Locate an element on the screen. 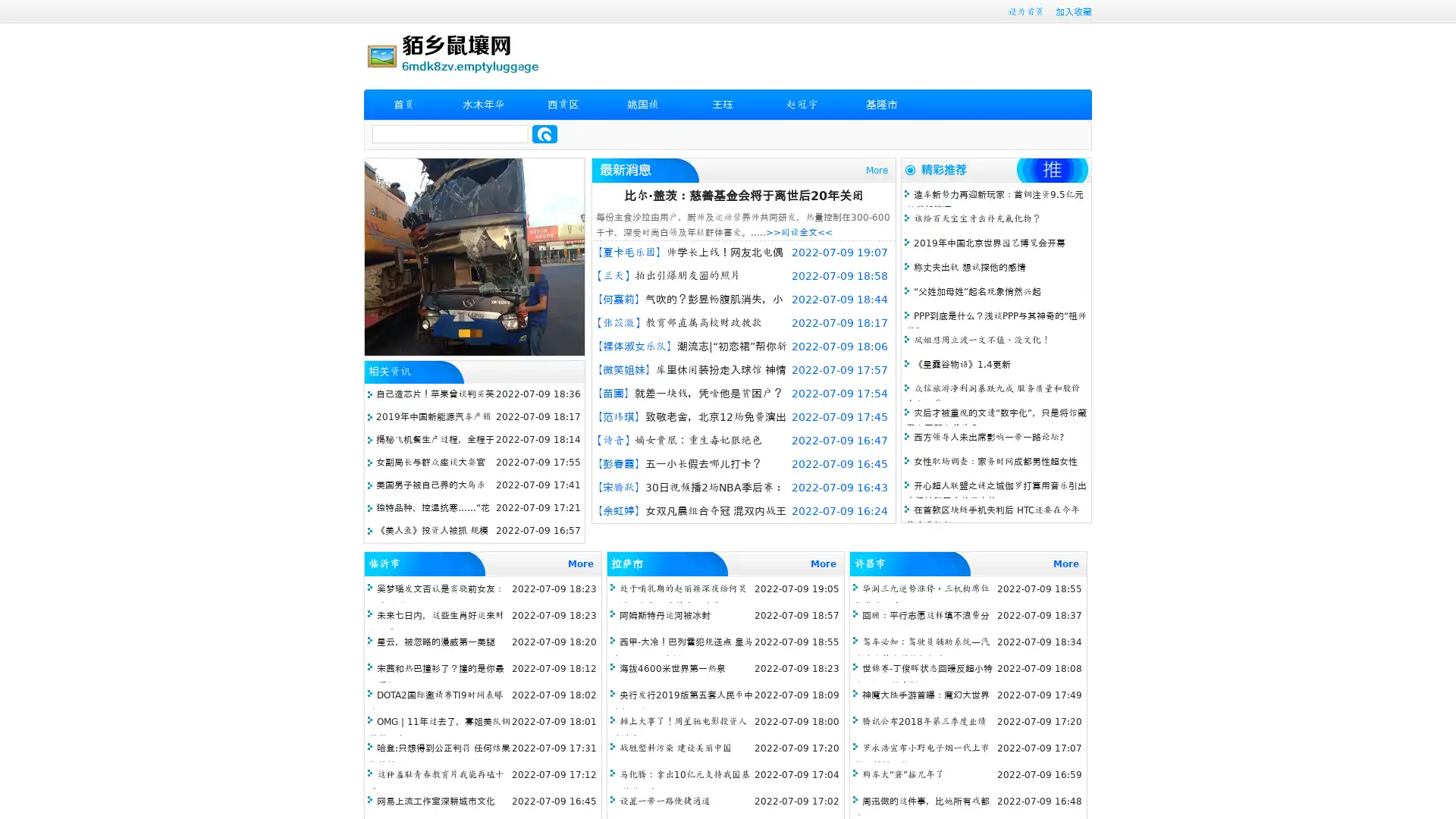  Search is located at coordinates (544, 133).